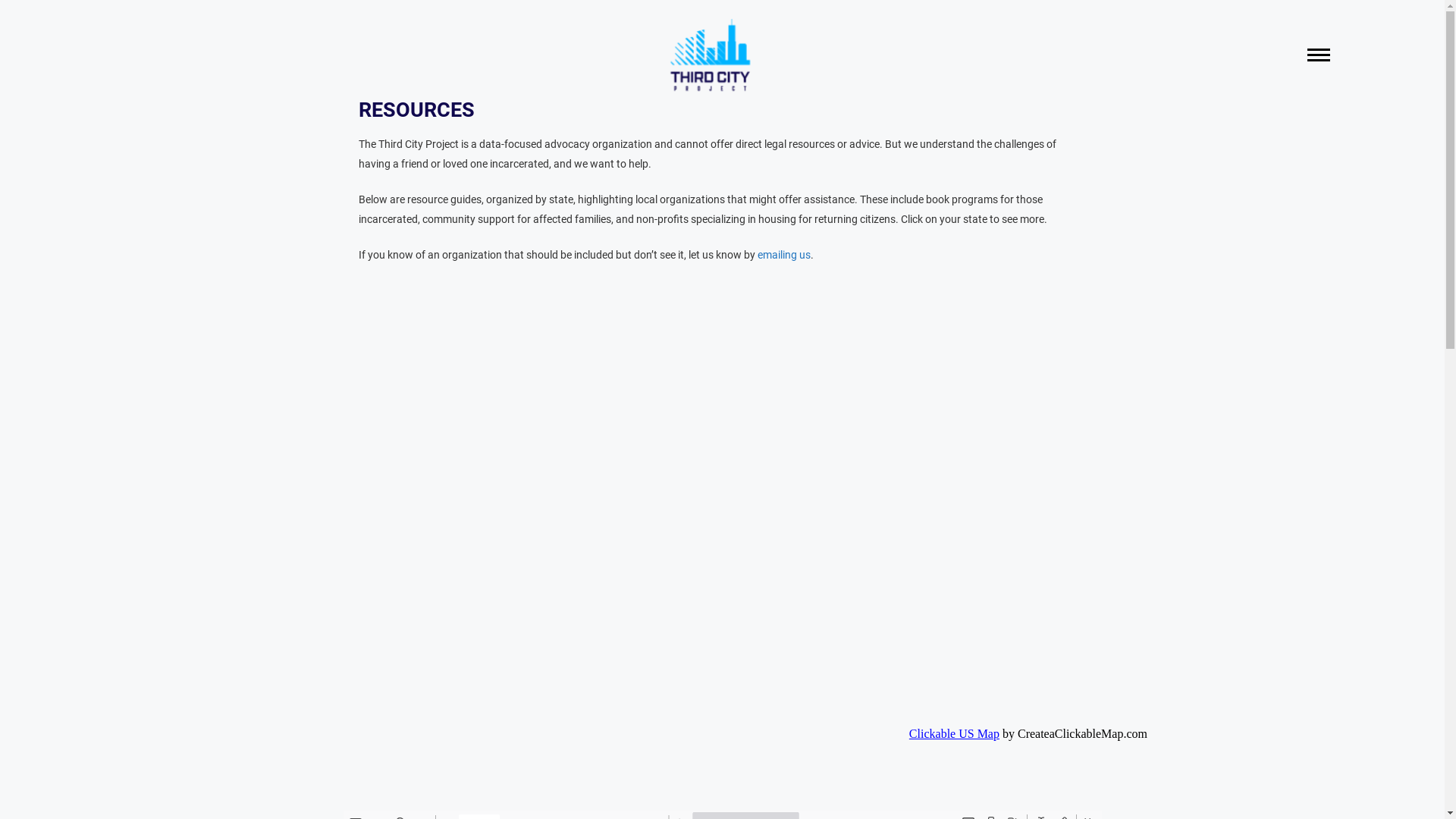 The image size is (1456, 819). What do you see at coordinates (783, 253) in the screenshot?
I see `'emailing us'` at bounding box center [783, 253].